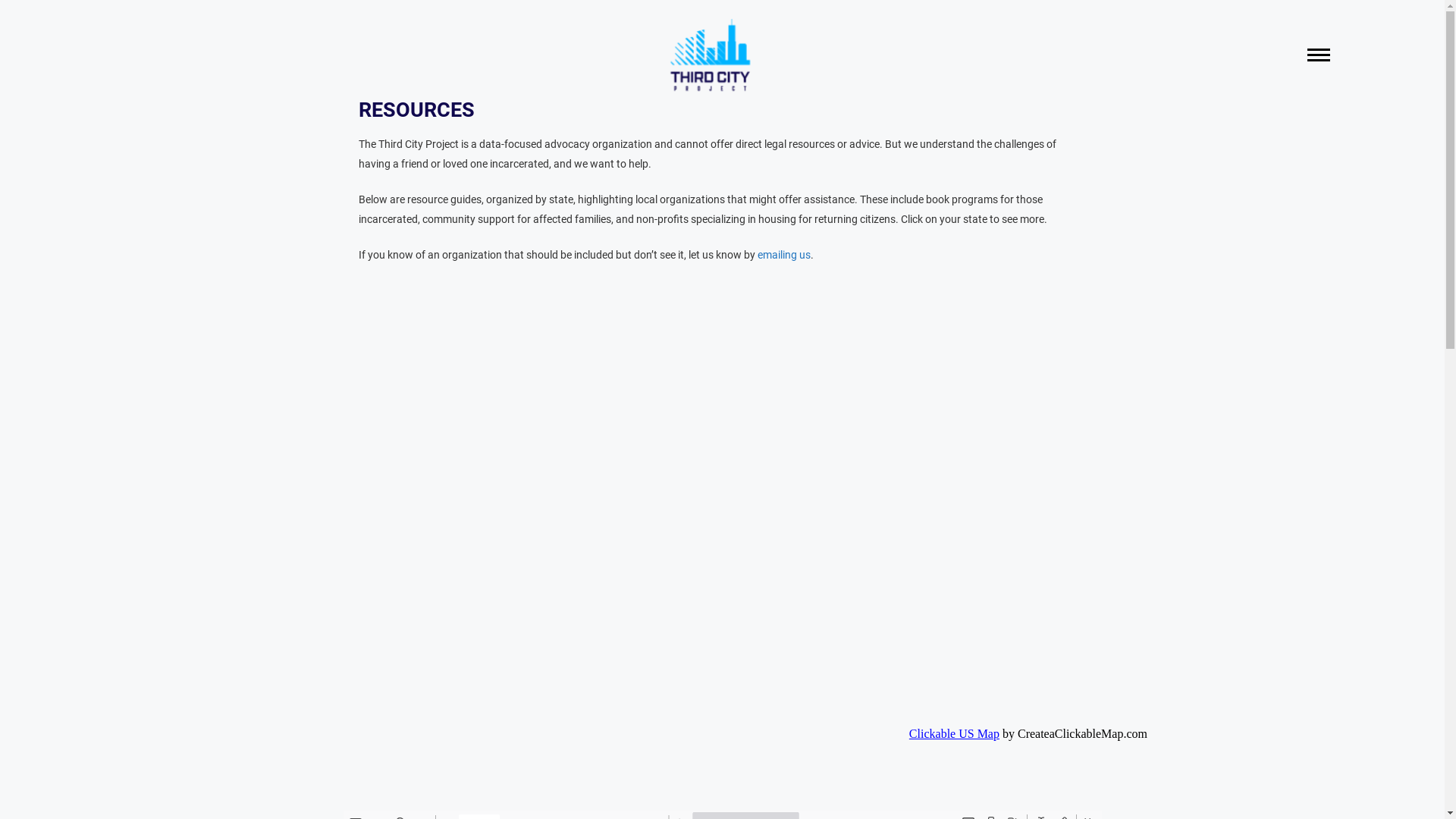 The image size is (1456, 819). What do you see at coordinates (783, 253) in the screenshot?
I see `'emailing us'` at bounding box center [783, 253].